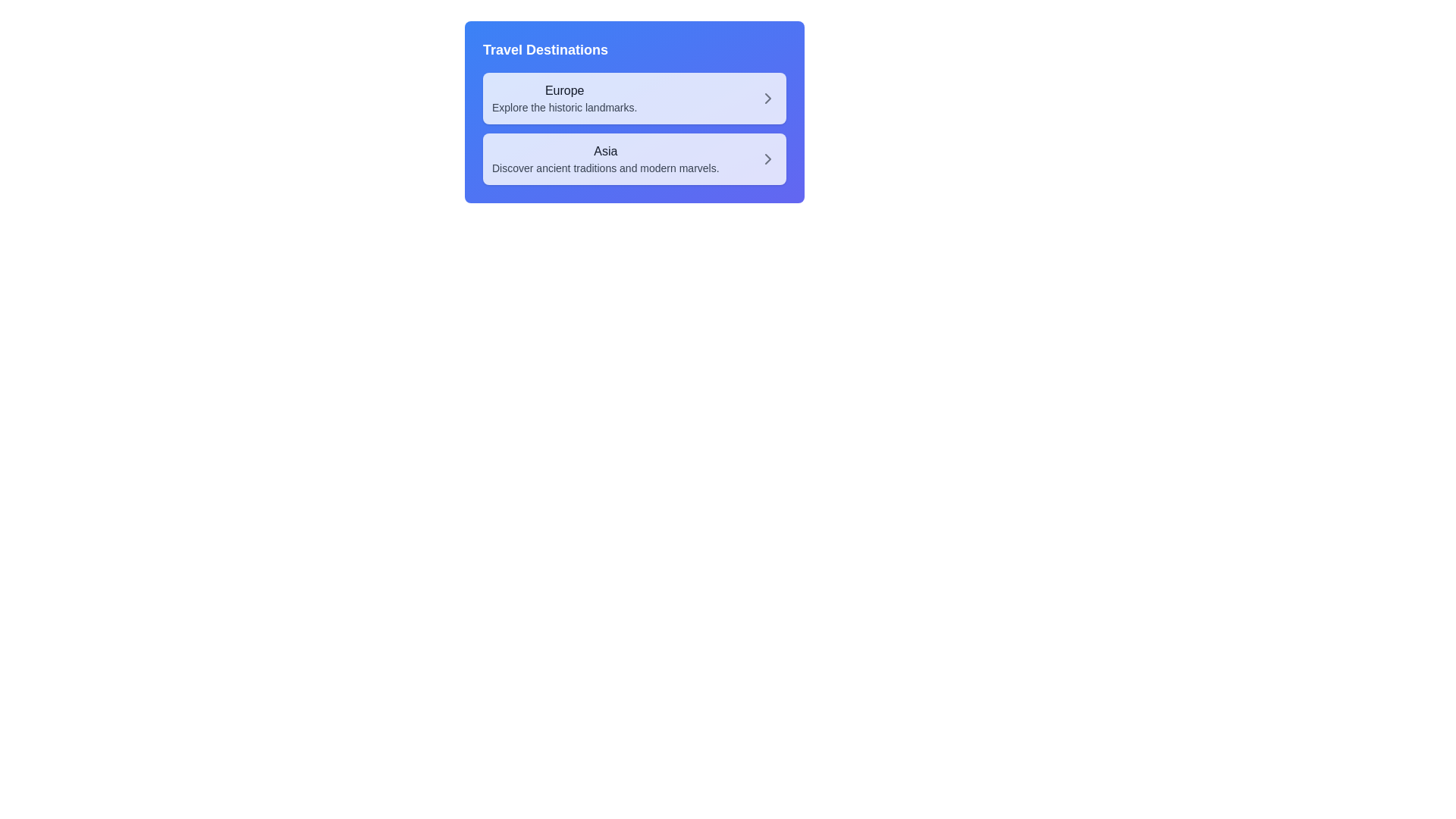  I want to click on the list item representing the 'Asia' travel destination, so click(634, 158).